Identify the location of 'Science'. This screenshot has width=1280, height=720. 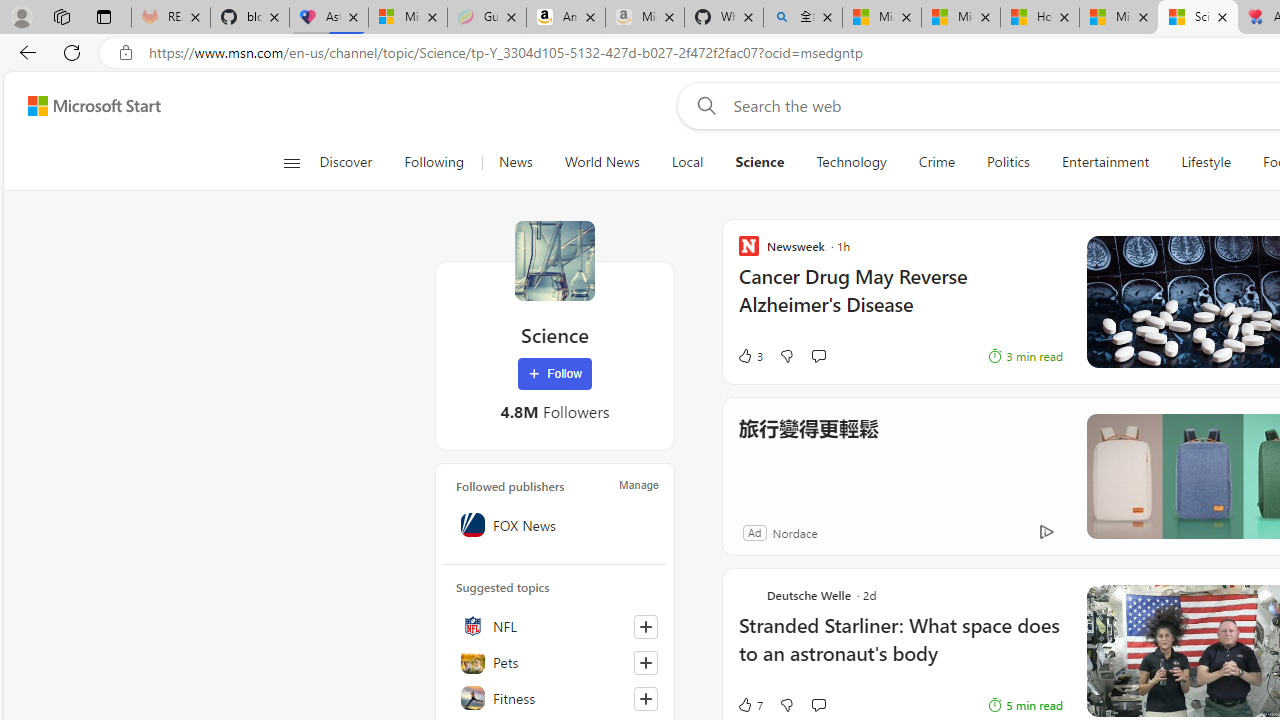
(554, 260).